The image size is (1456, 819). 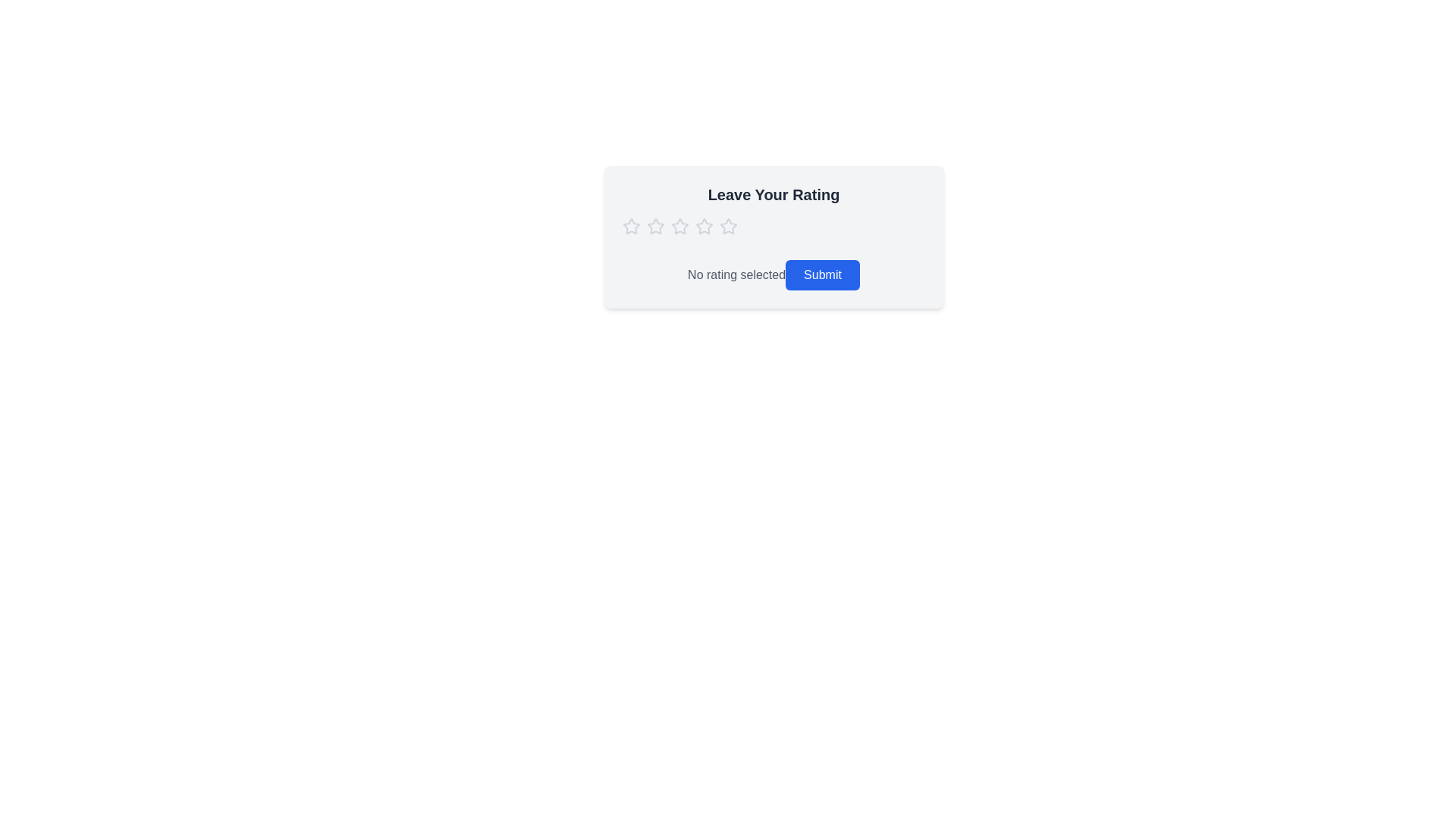 What do you see at coordinates (821, 275) in the screenshot?
I see `the 'Submit' button with a blue background and white text` at bounding box center [821, 275].